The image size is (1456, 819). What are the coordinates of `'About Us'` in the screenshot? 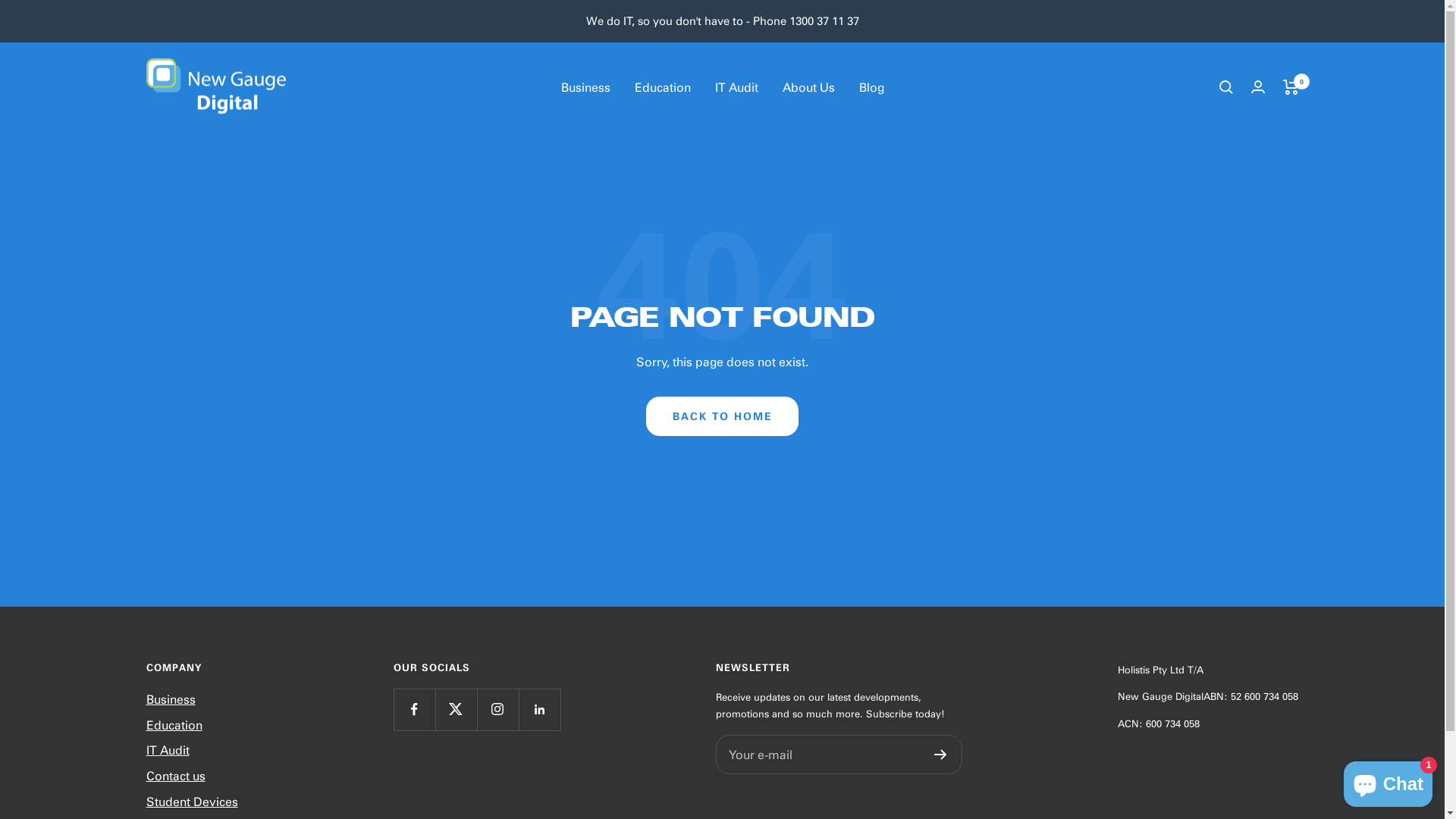 It's located at (783, 87).